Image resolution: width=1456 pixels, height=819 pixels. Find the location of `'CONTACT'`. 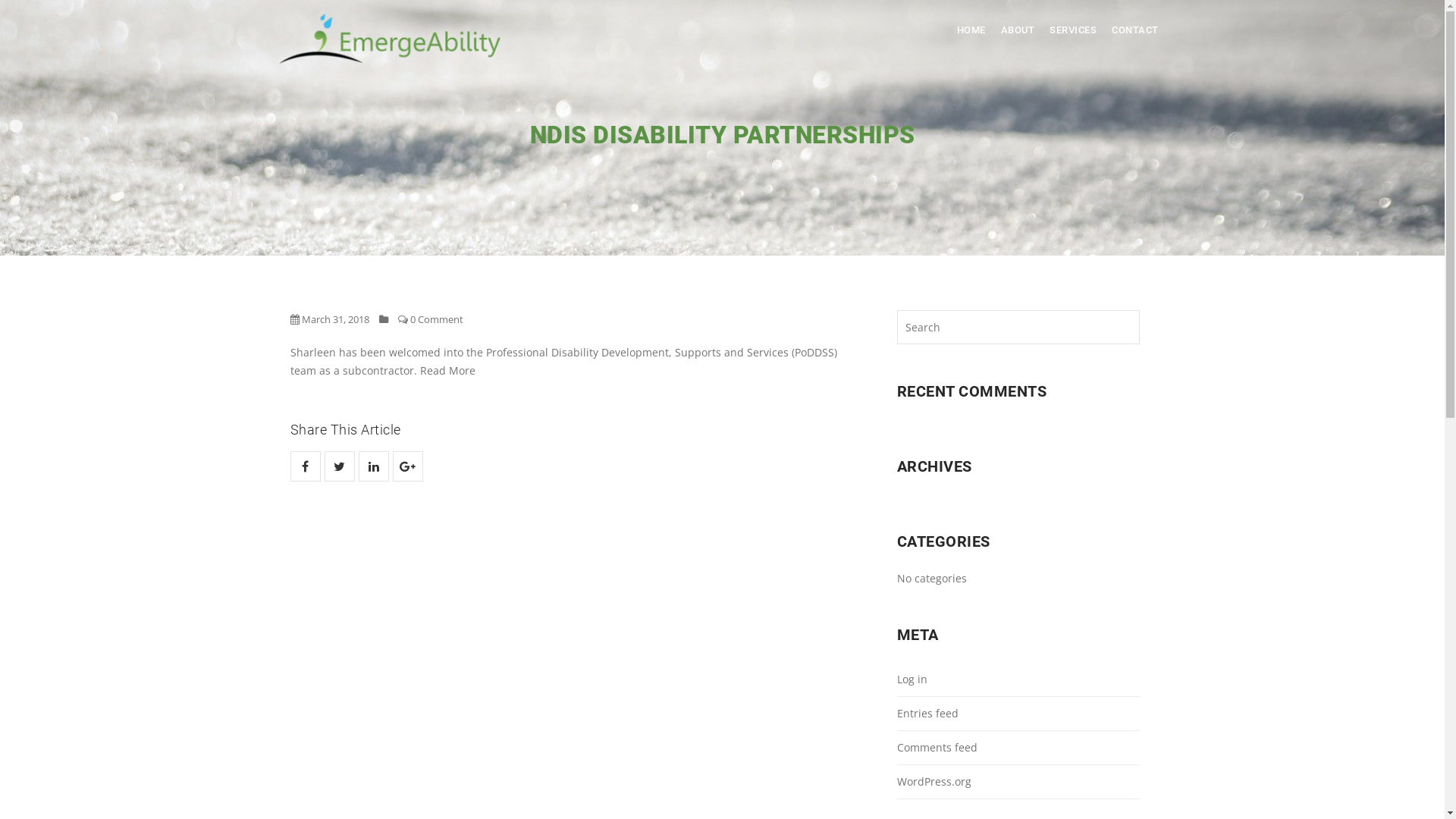

'CONTACT' is located at coordinates (1103, 30).